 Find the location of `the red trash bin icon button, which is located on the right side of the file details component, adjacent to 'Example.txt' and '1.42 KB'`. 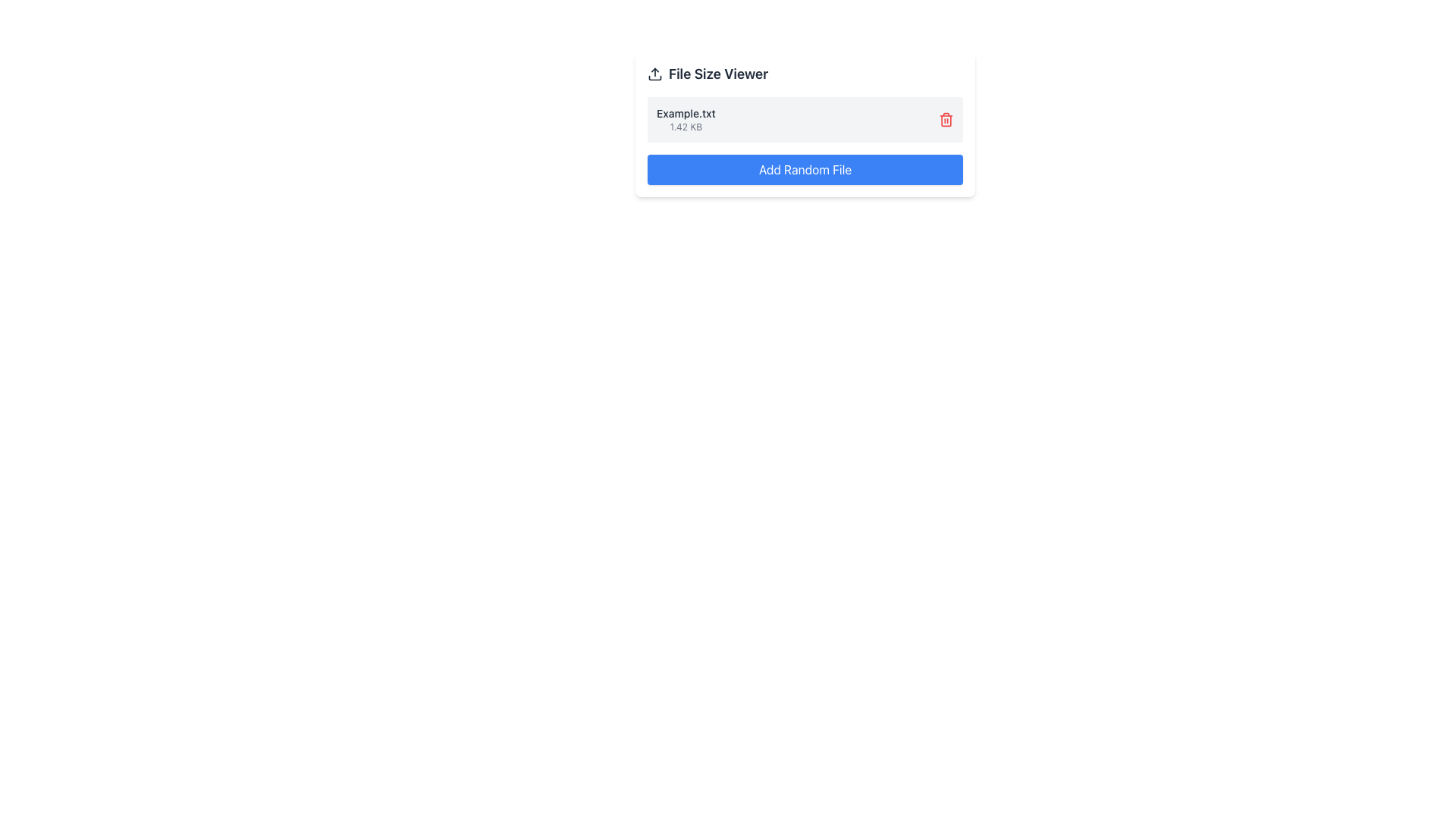

the red trash bin icon button, which is located on the right side of the file details component, adjacent to 'Example.txt' and '1.42 KB' is located at coordinates (946, 119).